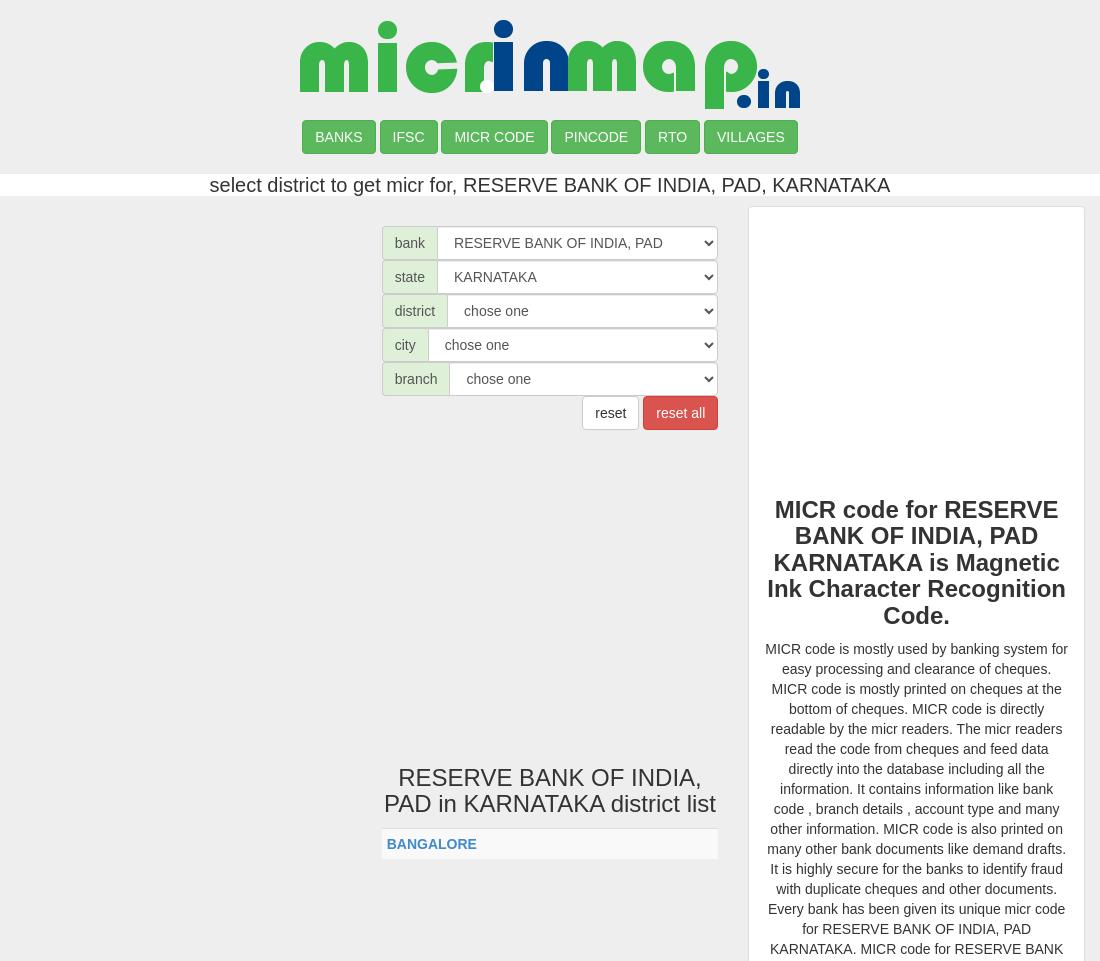 The height and width of the screenshot is (961, 1100). What do you see at coordinates (549, 789) in the screenshot?
I see `'RESERVE BANK OF INDIA, PAD in KARNATAKA district list'` at bounding box center [549, 789].